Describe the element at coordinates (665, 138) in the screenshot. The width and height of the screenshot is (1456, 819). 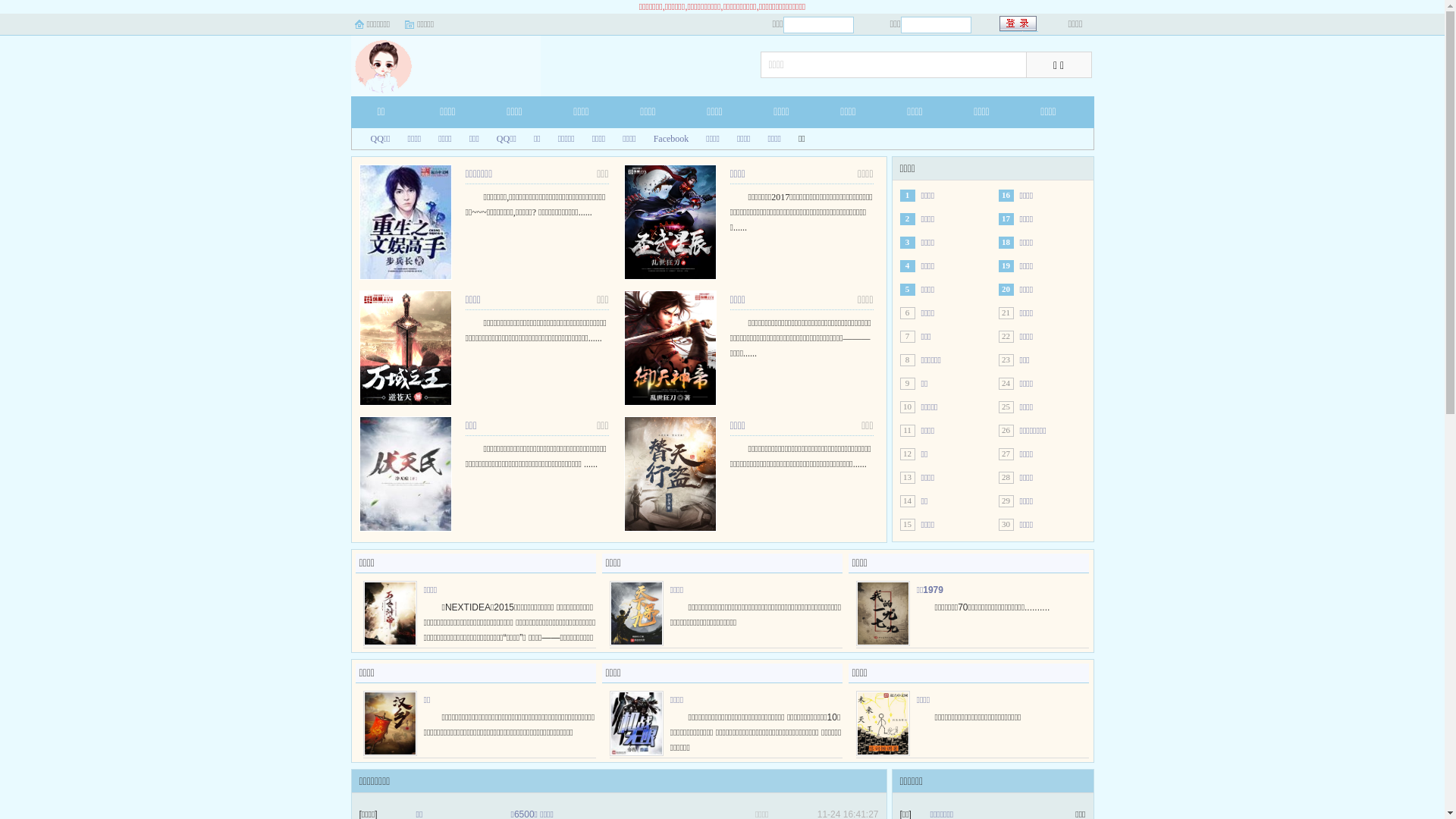
I see `'Facebook'` at that location.